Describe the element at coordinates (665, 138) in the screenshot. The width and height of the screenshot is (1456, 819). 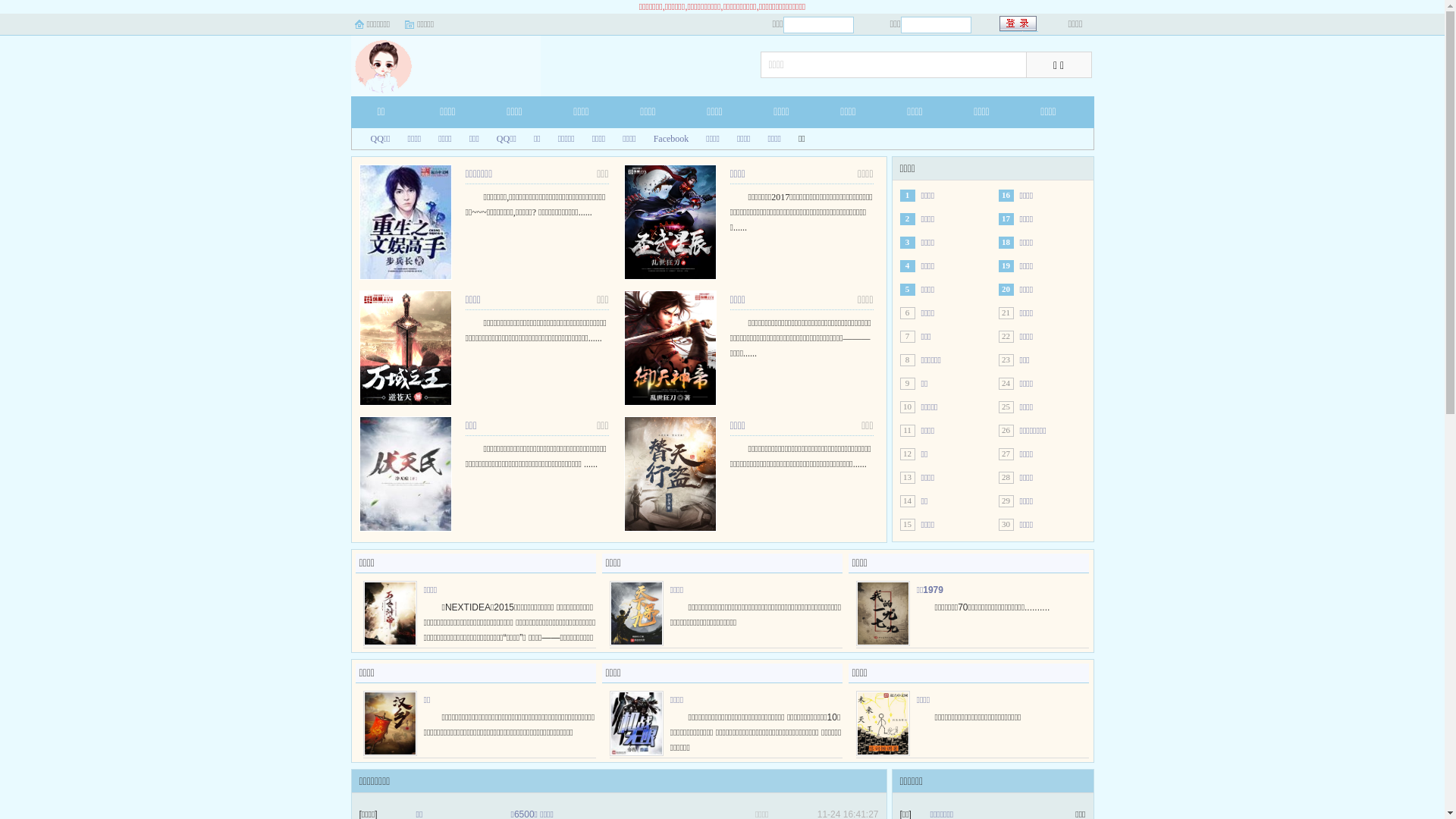
I see `'Facebook'` at that location.